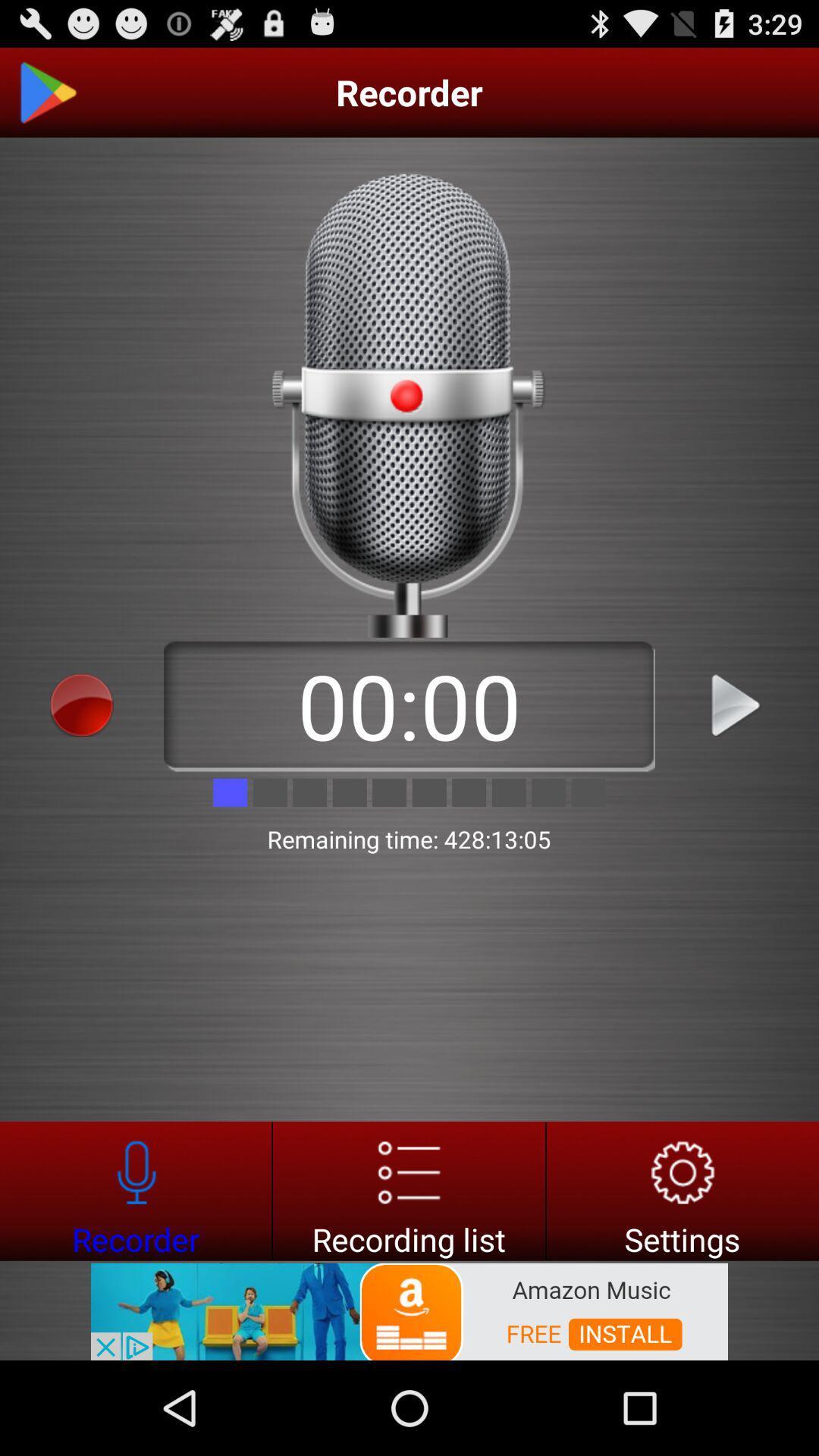 The width and height of the screenshot is (819, 1456). I want to click on the avatar icon, so click(82, 755).